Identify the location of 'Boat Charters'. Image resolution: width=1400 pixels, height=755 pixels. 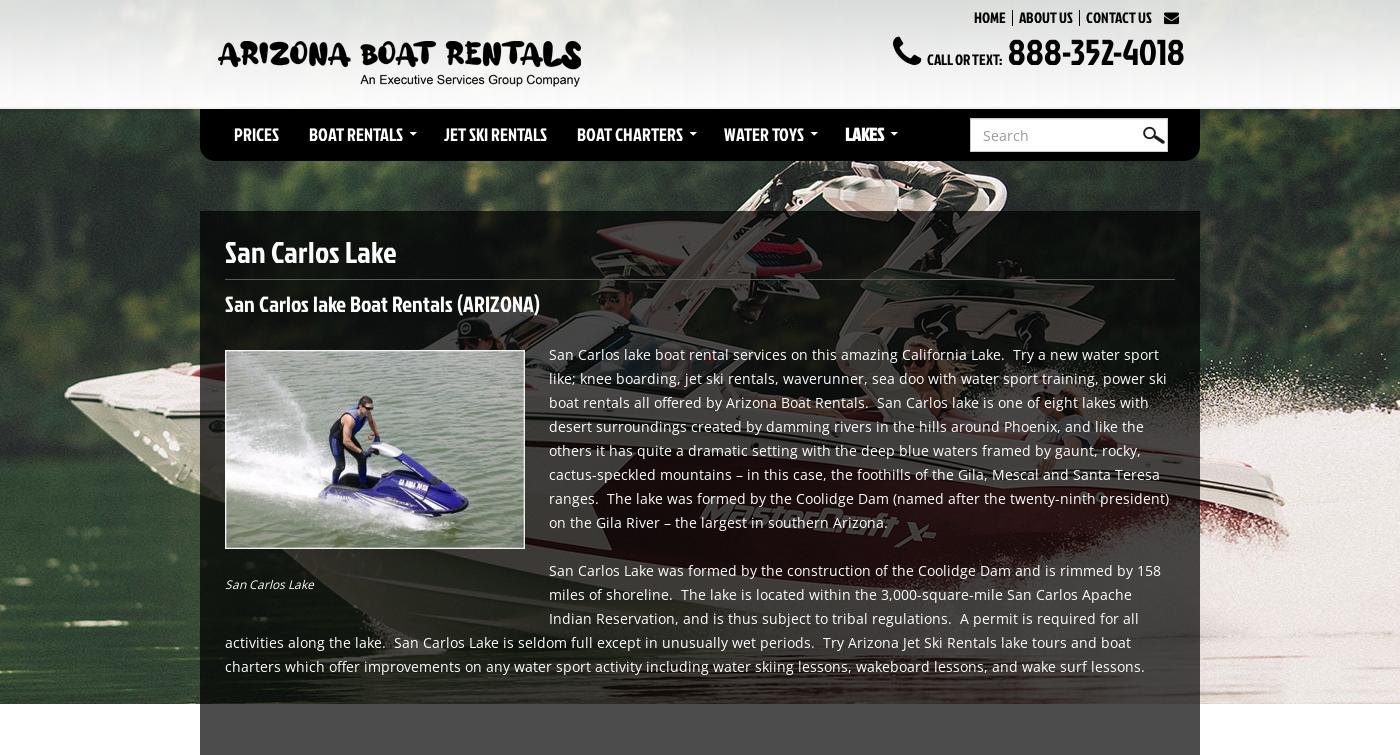
(630, 134).